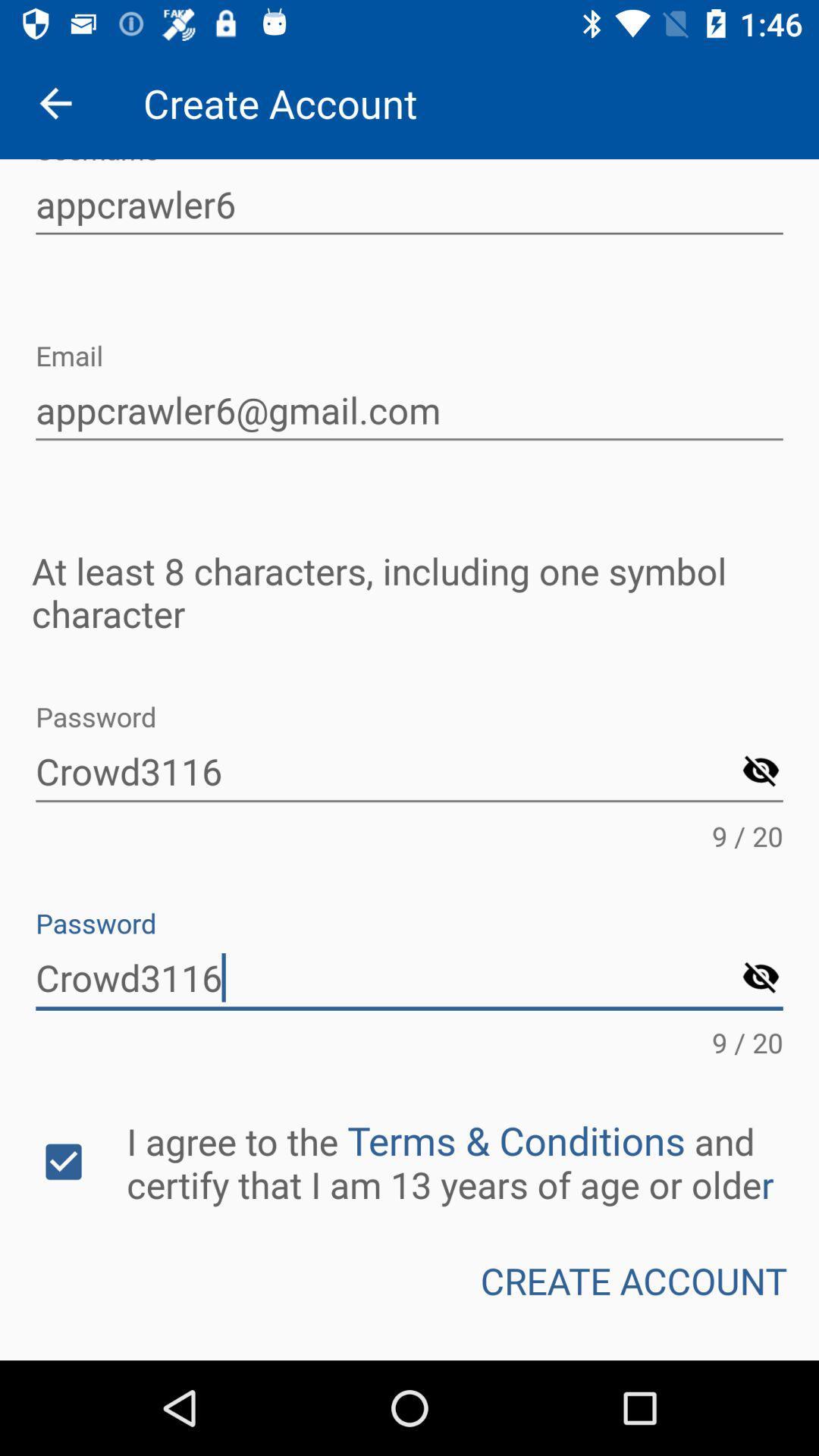  I want to click on password symbol, so click(761, 978).